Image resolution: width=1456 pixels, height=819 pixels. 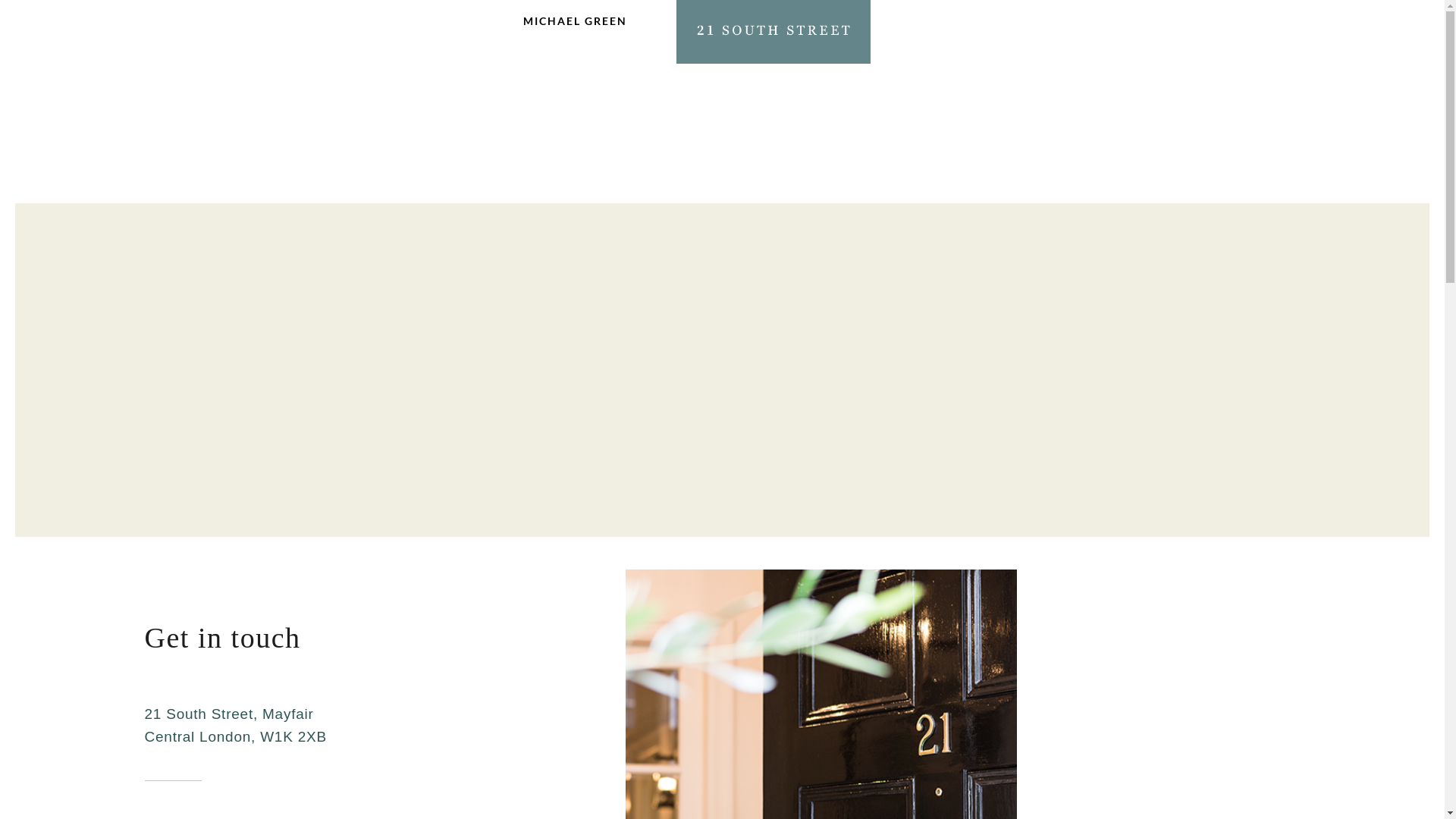 I want to click on 'MICHAEL GREEN', so click(x=574, y=29).